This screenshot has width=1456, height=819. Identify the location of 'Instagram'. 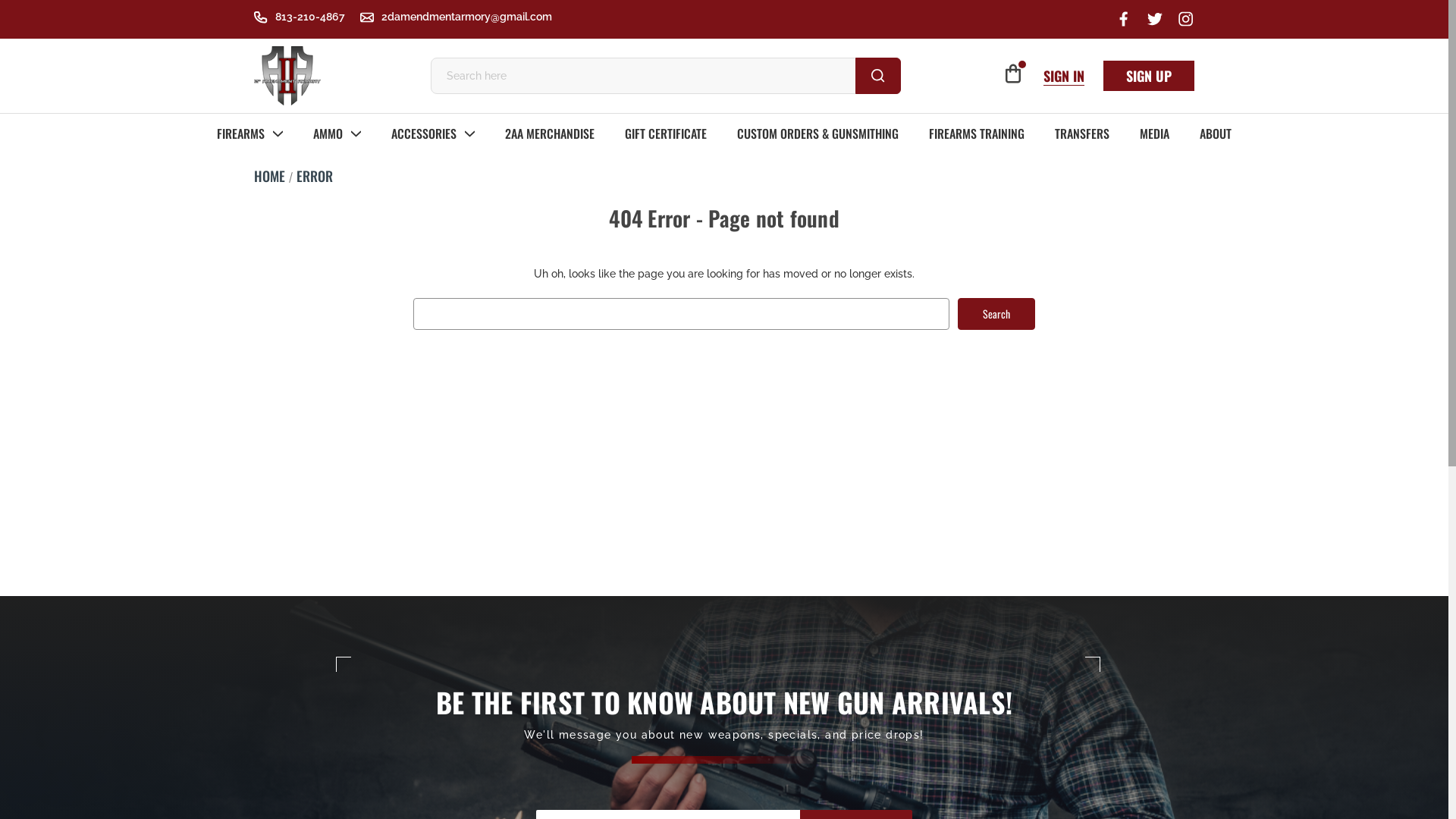
(1178, 18).